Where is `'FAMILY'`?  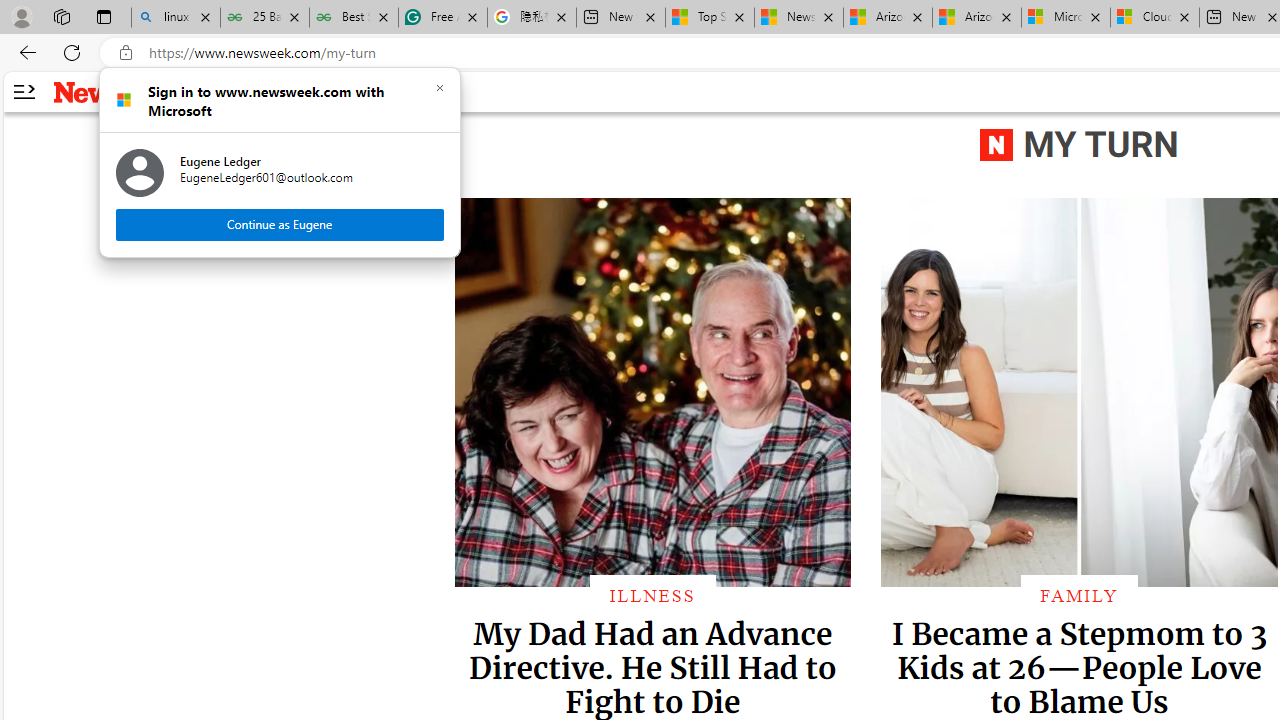 'FAMILY' is located at coordinates (1078, 594).